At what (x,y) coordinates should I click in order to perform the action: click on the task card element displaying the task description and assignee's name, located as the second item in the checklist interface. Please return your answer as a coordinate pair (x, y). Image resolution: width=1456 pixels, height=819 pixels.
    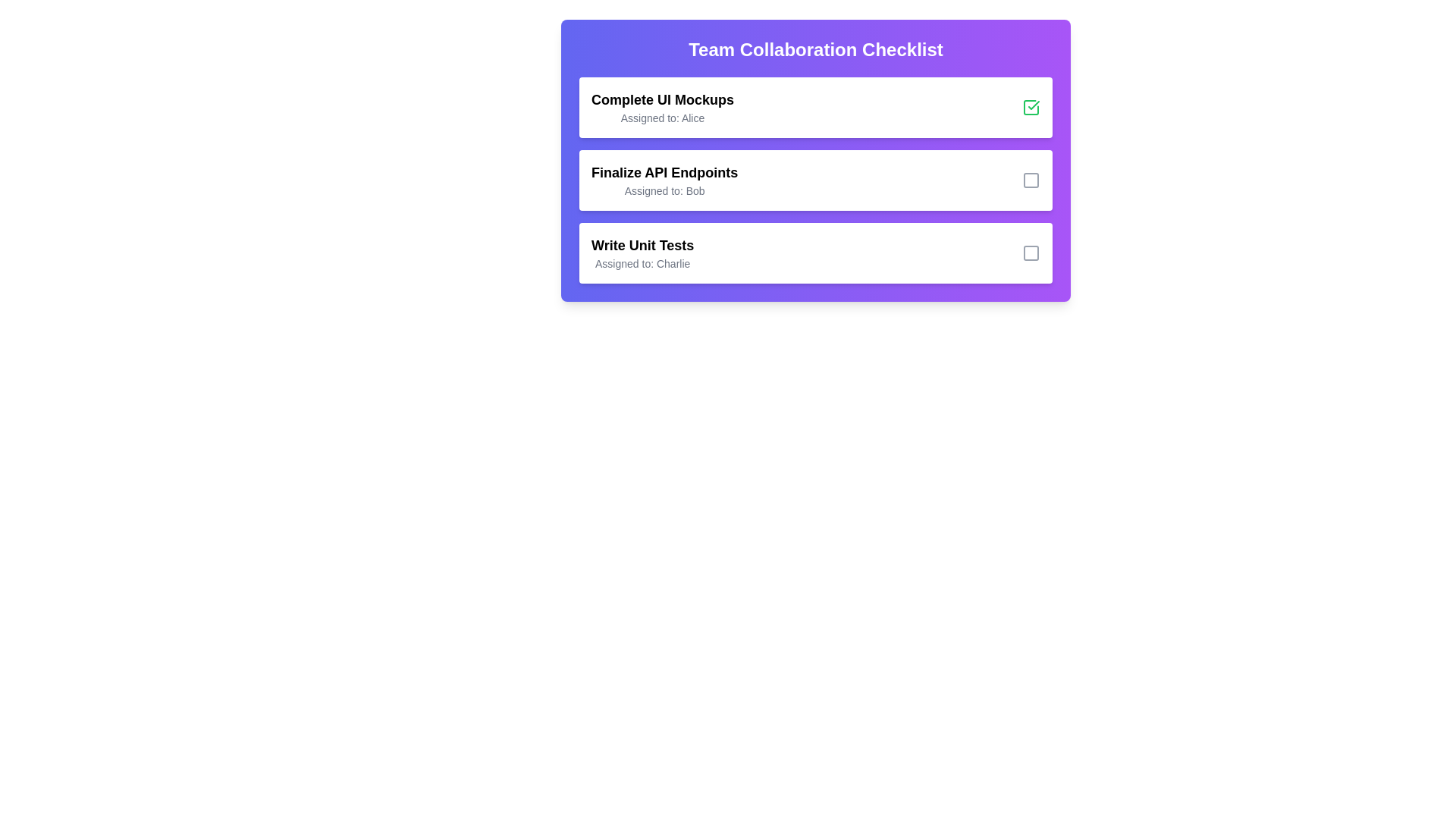
    Looking at the image, I should click on (814, 161).